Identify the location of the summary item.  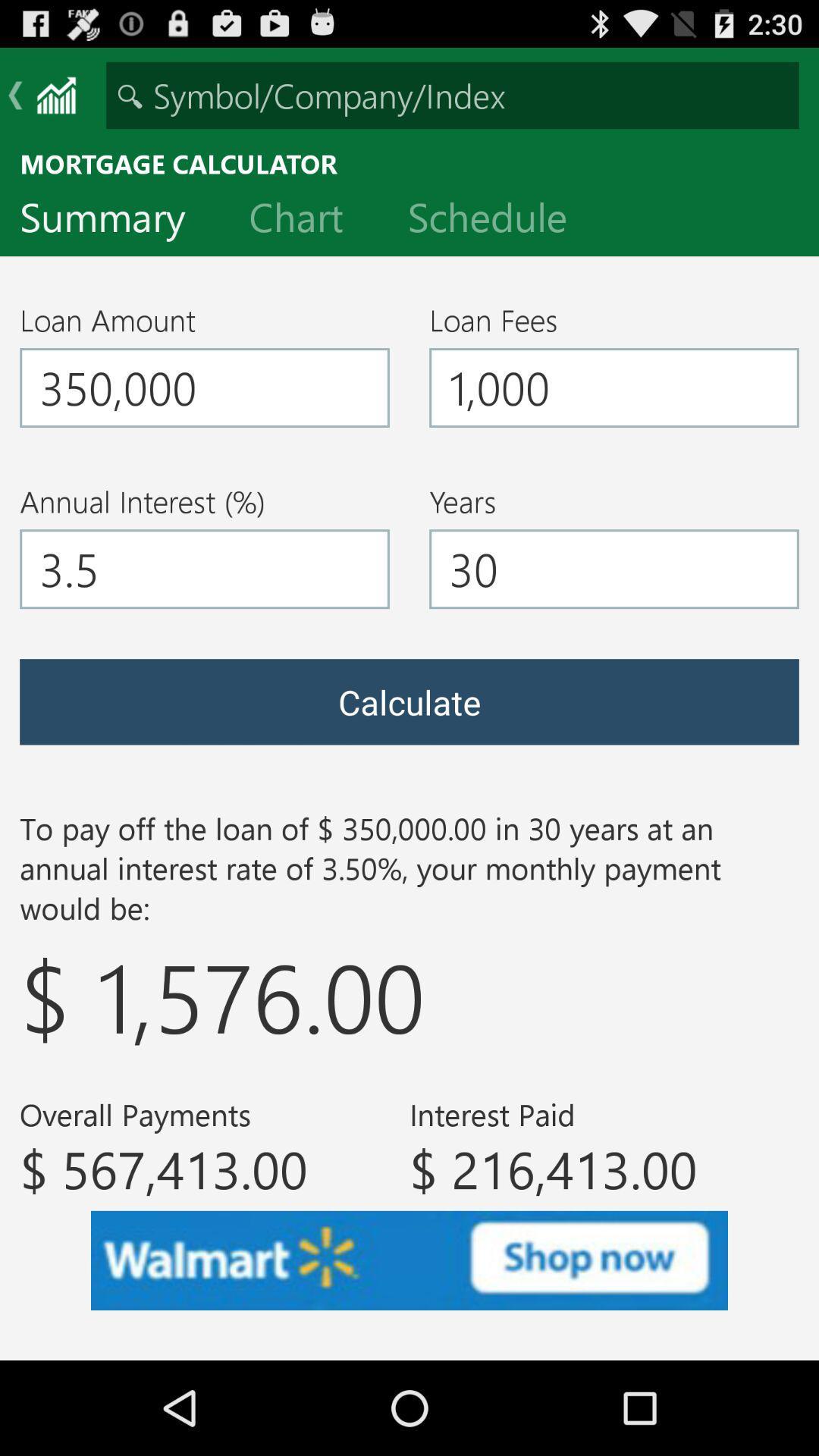
(114, 220).